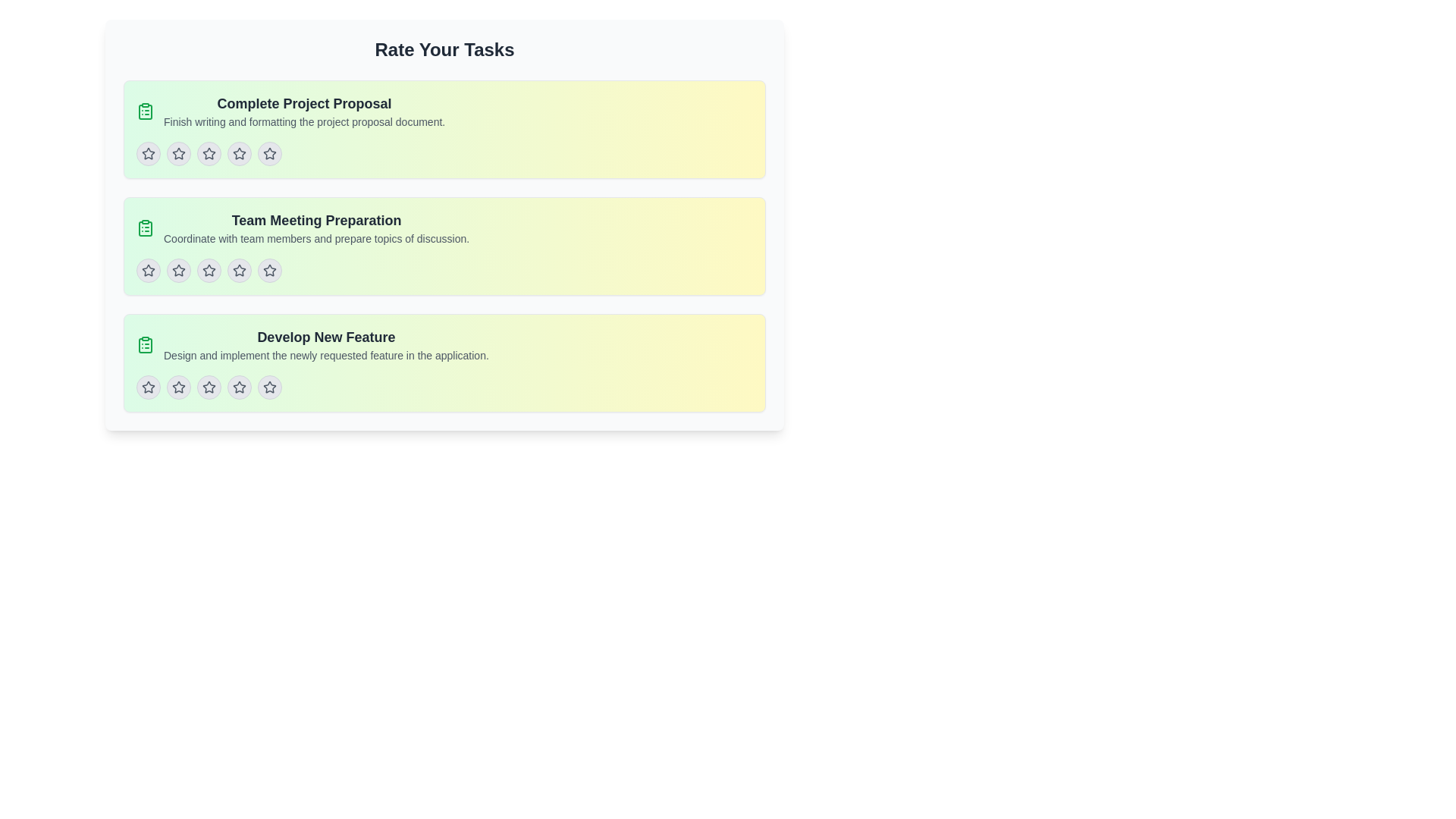 This screenshot has height=819, width=1456. I want to click on the circular button icon with a light gray background and dark gray star in the center, which is the first icon in a row of five, located in the top section of the 'Complete Project Proposal' list item, so click(149, 154).